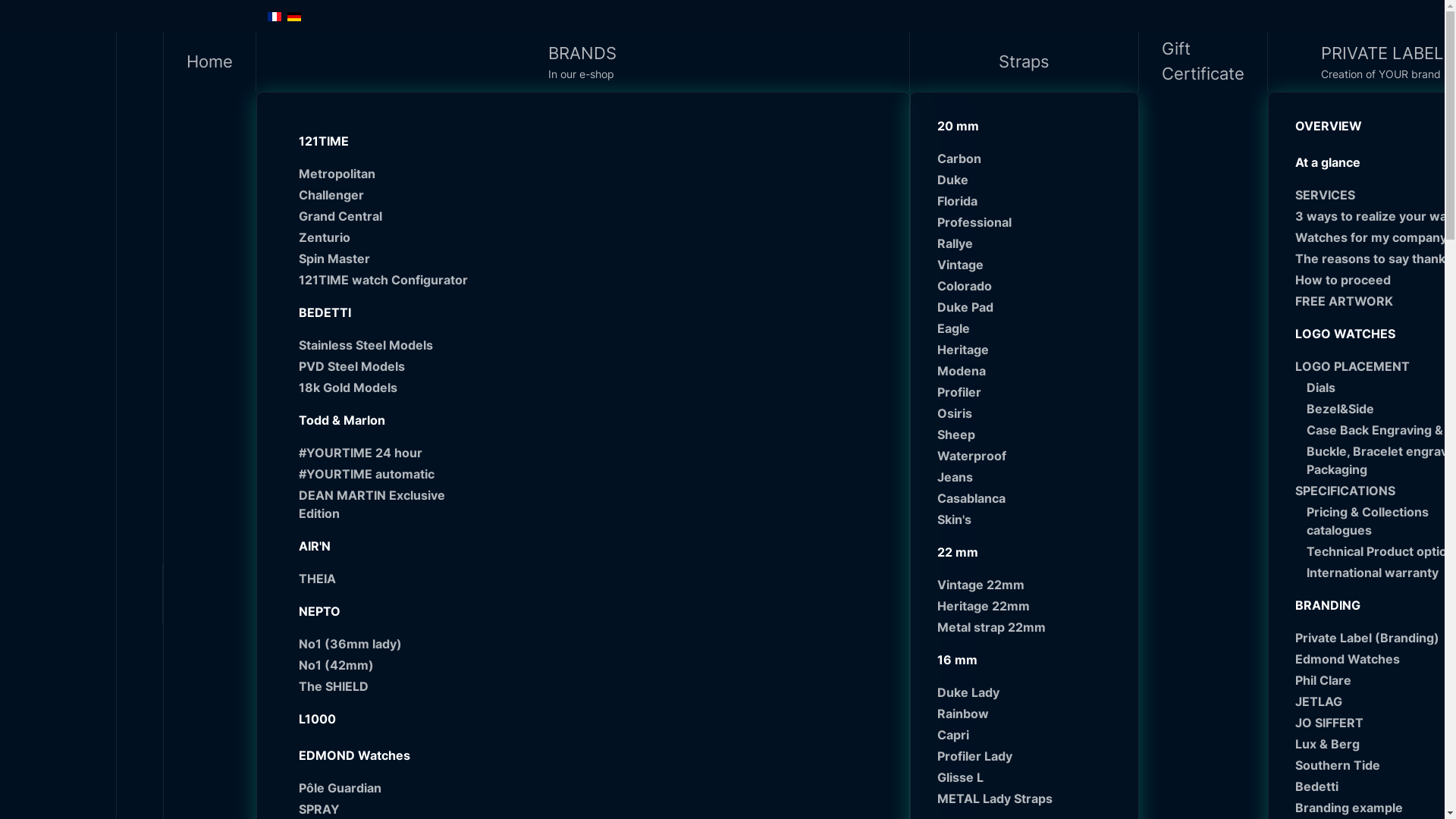 The image size is (1456, 819). I want to click on 'Metal strap 22mm', so click(1030, 626).